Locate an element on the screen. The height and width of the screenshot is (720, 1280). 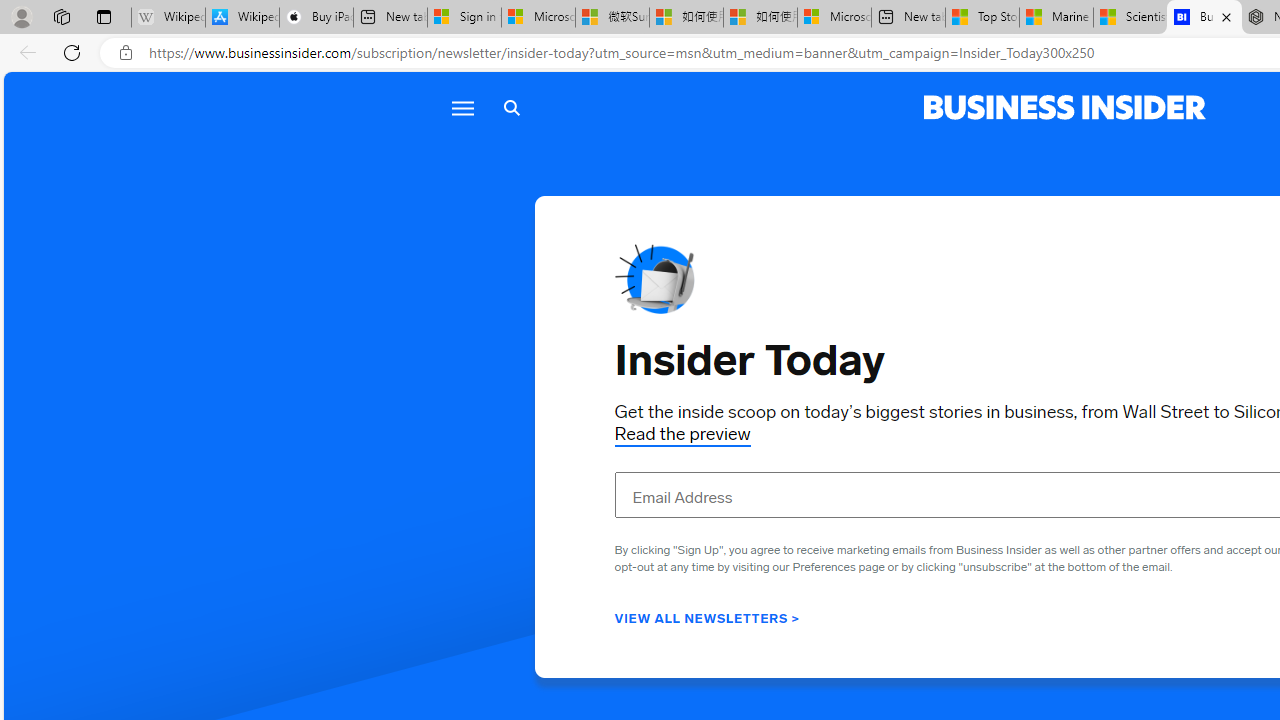
'Menu' is located at coordinates (461, 108).